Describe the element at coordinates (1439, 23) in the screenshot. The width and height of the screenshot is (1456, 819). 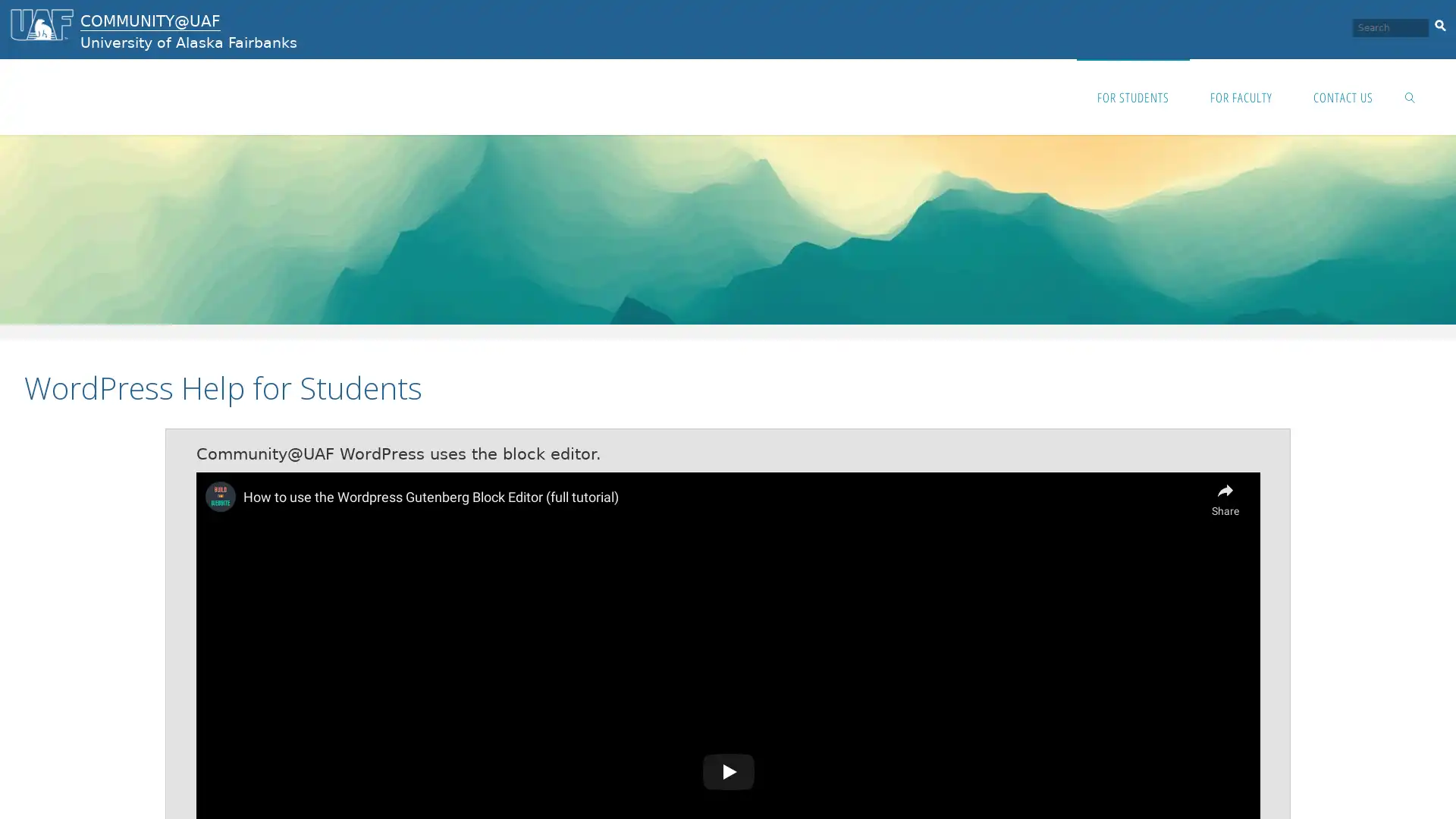
I see `search` at that location.